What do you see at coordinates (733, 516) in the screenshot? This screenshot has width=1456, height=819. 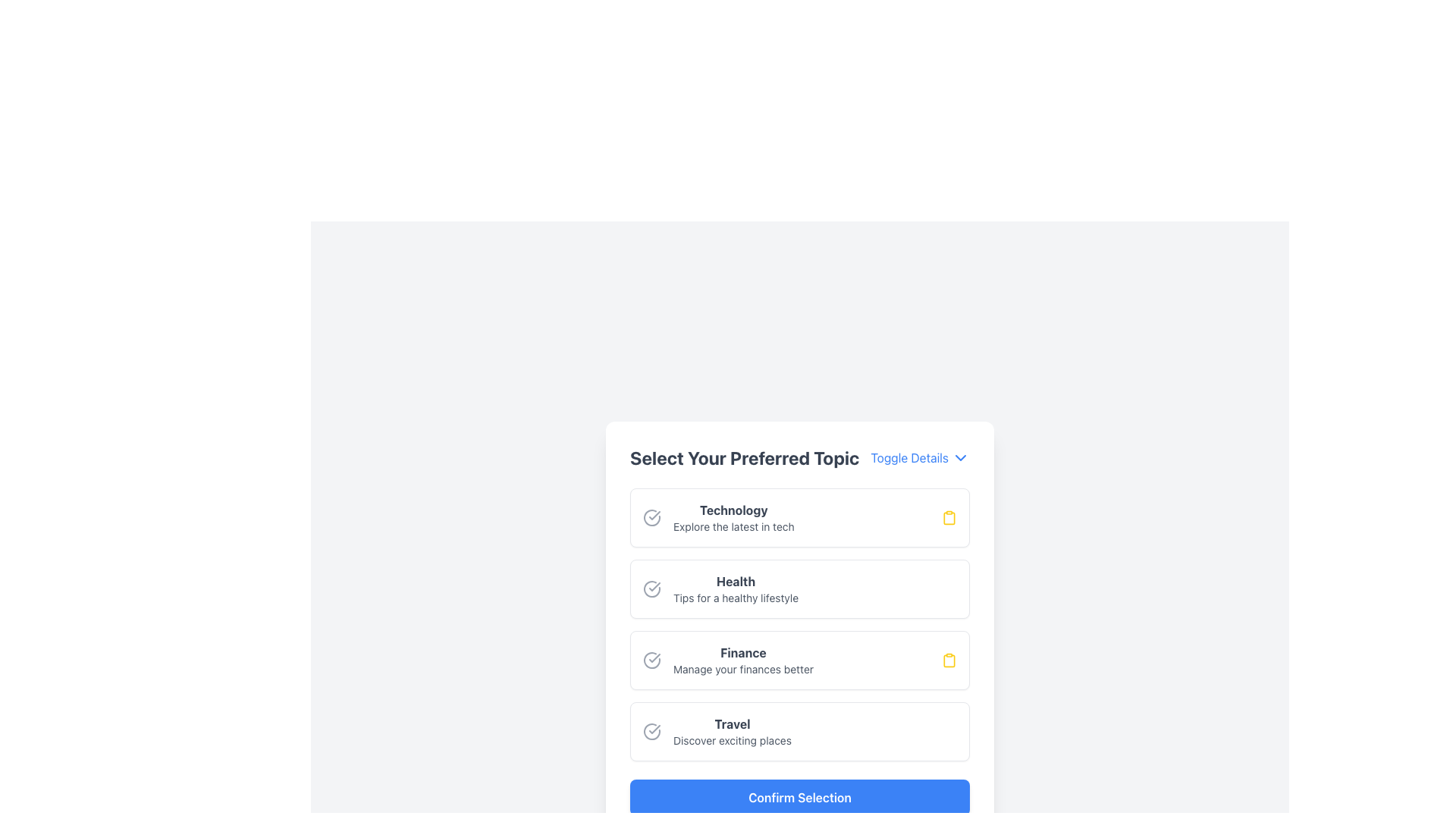 I see `the 'Technology' text label in the topic selection menu, located in the second row, just to the right of the circular check icon` at bounding box center [733, 516].